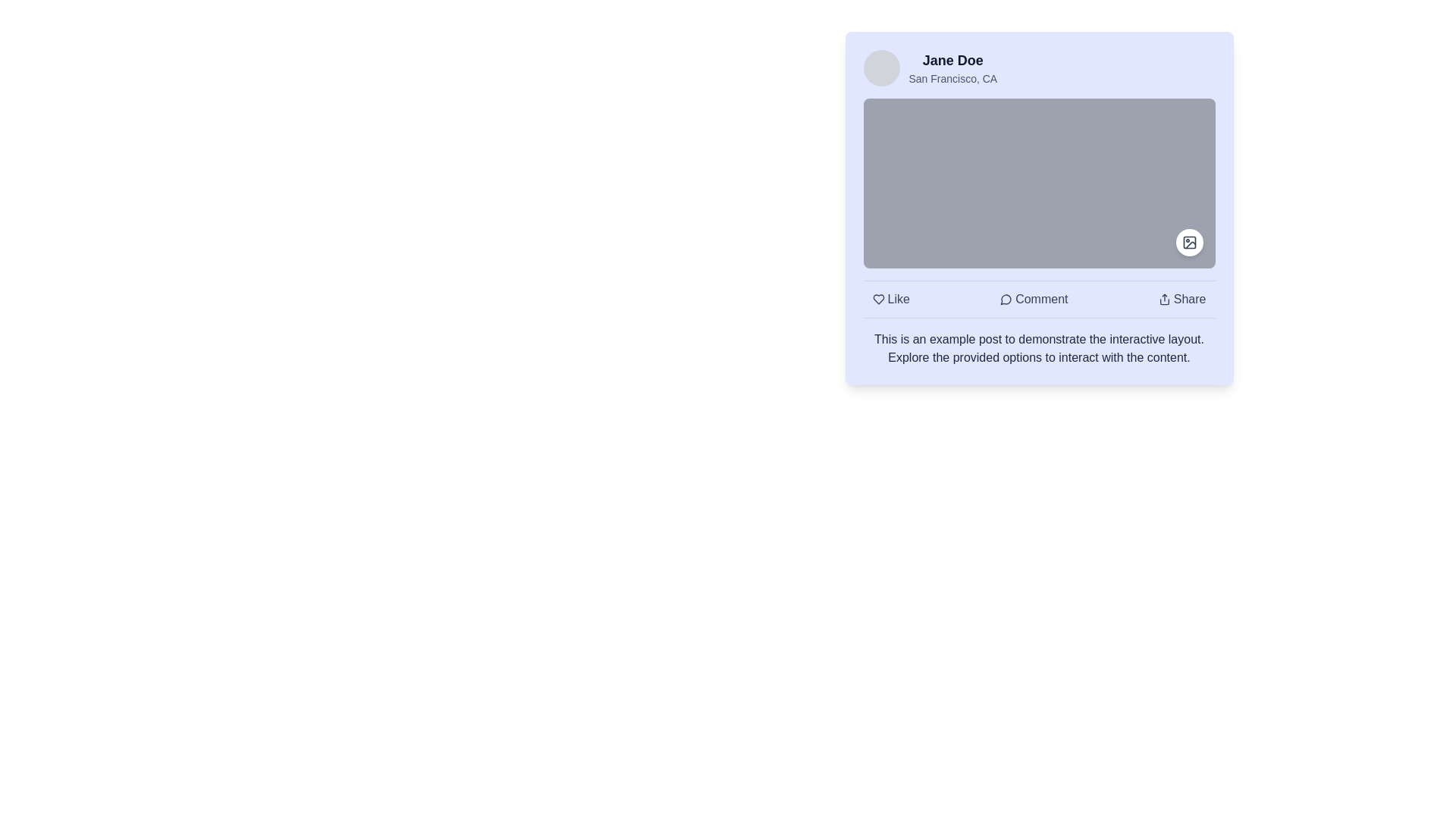  What do you see at coordinates (899, 299) in the screenshot?
I see `the 'Like' text label located in the lower left corner of the card` at bounding box center [899, 299].